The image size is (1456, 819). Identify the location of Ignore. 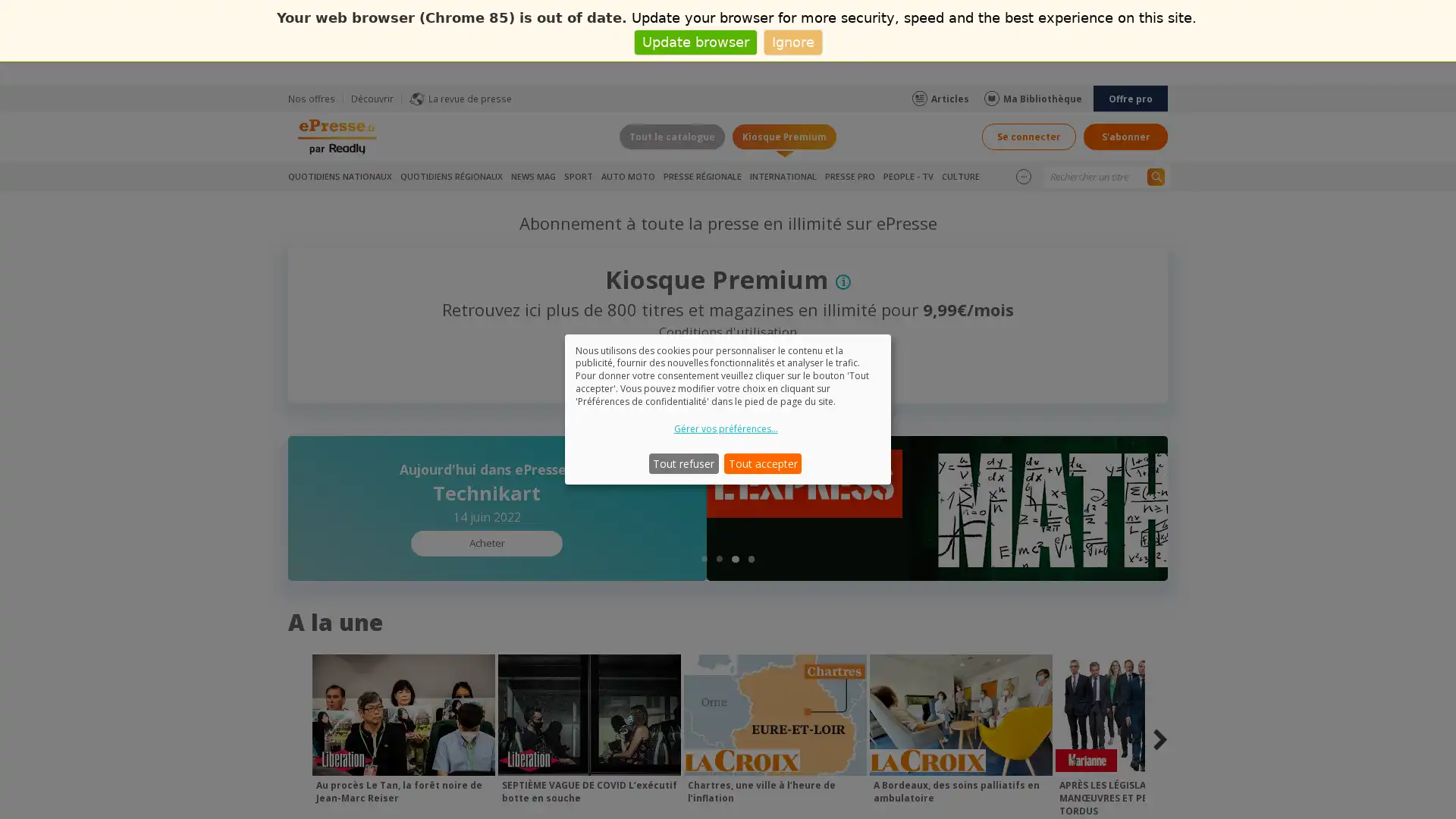
(792, 41).